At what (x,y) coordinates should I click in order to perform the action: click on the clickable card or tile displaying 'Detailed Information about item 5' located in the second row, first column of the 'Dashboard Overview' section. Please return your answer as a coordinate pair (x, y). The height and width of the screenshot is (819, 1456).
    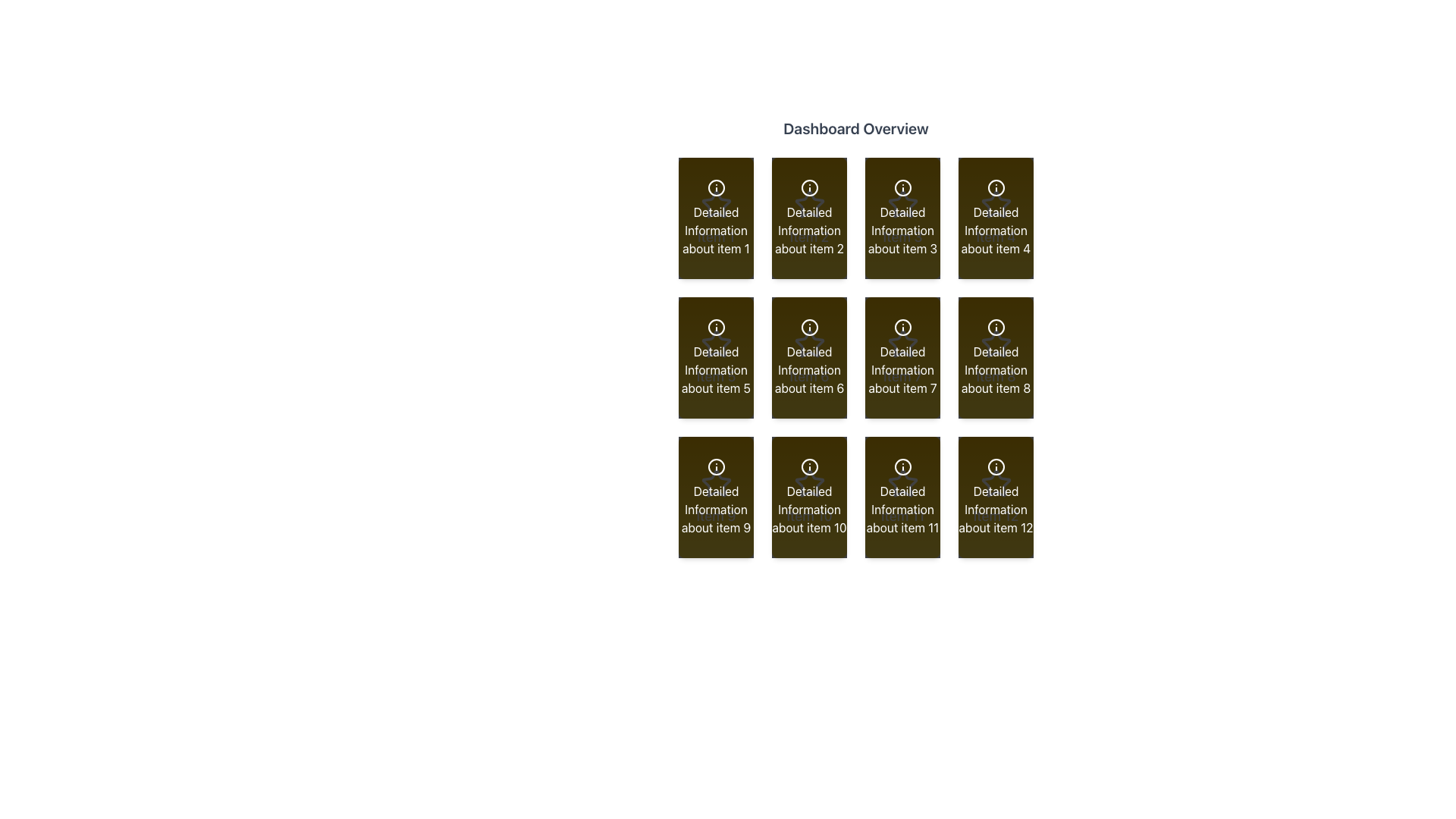
    Looking at the image, I should click on (715, 357).